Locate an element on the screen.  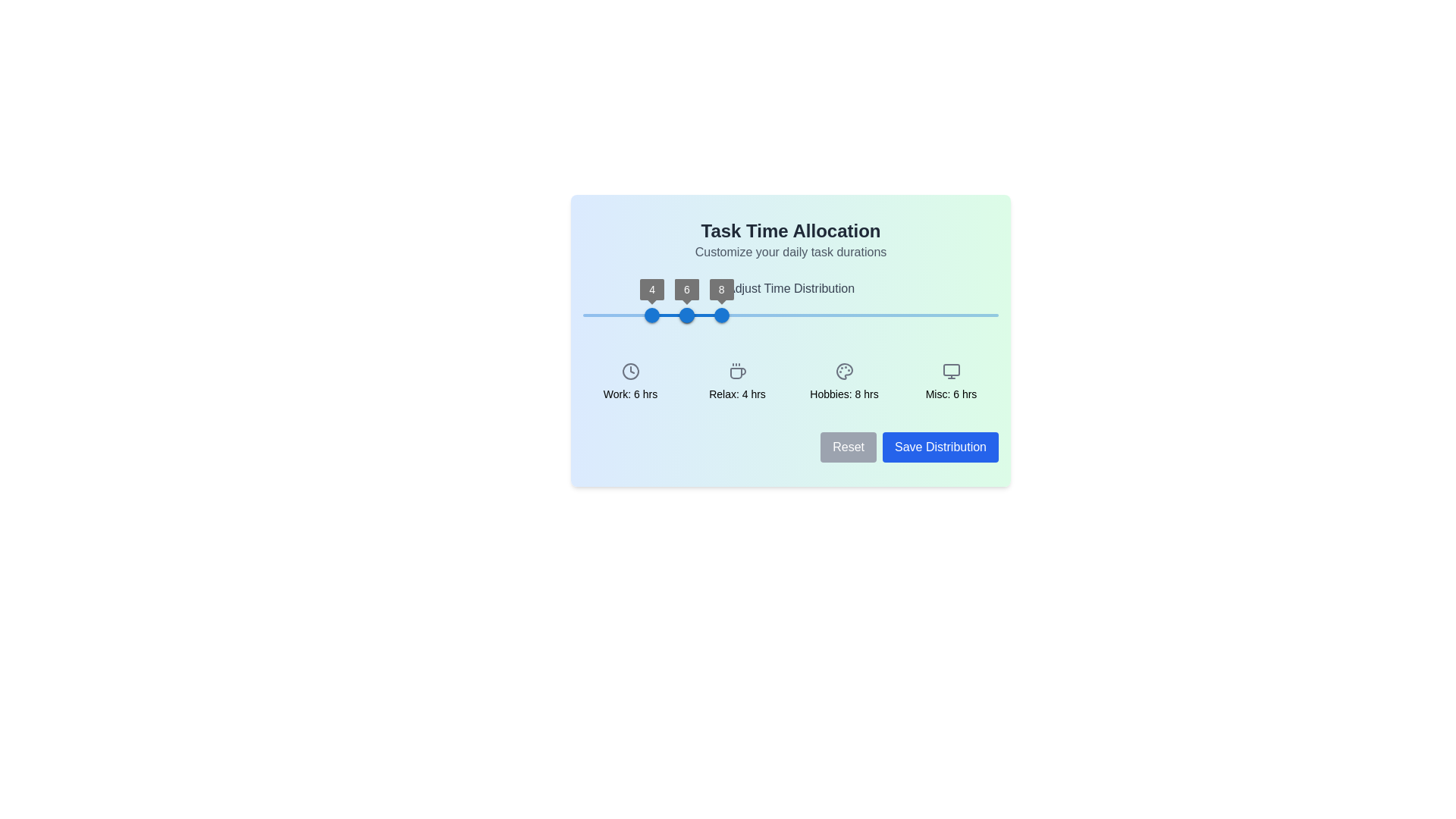
the 'Reset' button, which has a gray background and white text, located at the bottom-right of the interface to reset inputs is located at coordinates (848, 447).